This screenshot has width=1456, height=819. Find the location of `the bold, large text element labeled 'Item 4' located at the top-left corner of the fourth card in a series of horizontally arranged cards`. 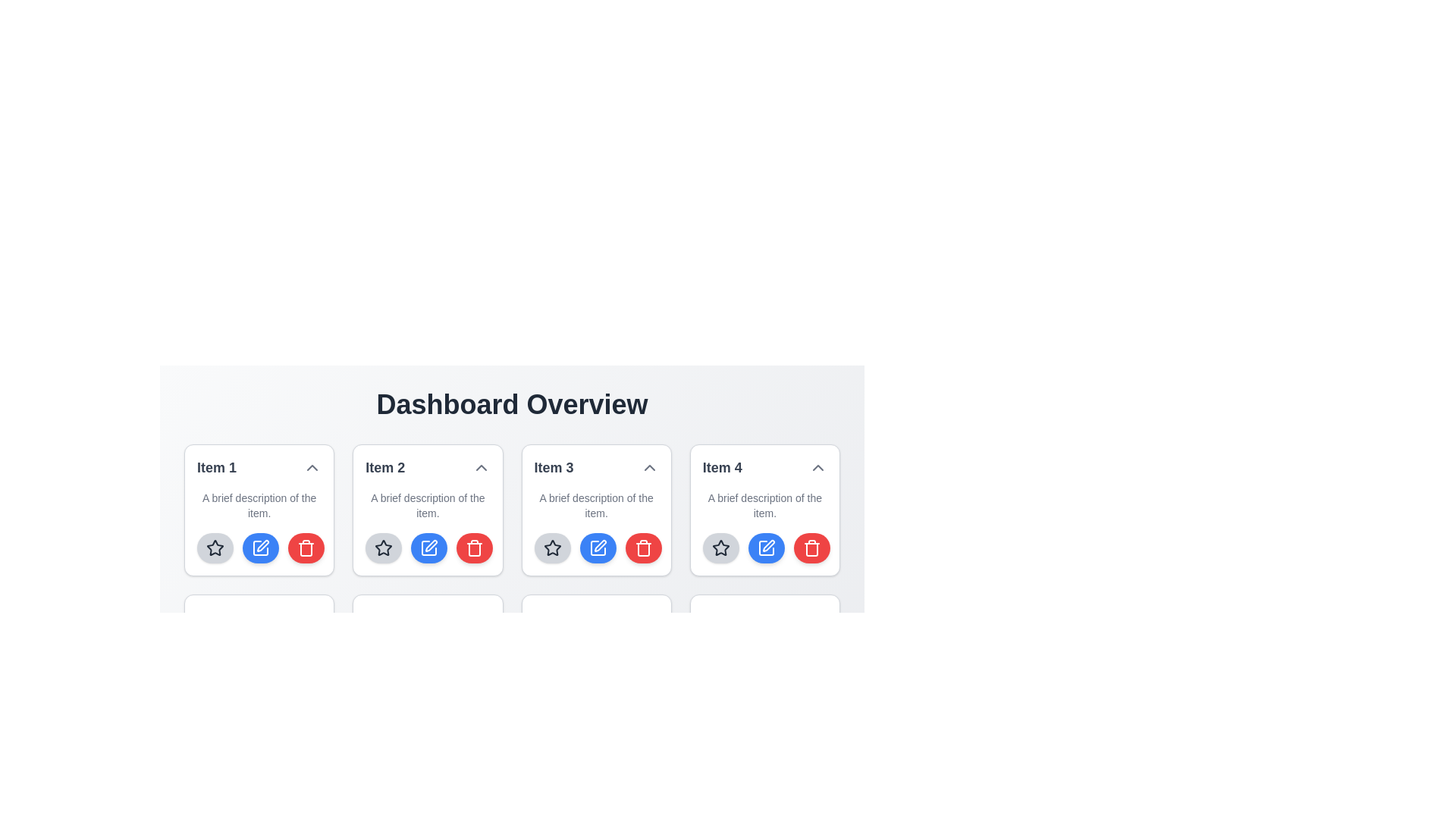

the bold, large text element labeled 'Item 4' located at the top-left corner of the fourth card in a series of horizontally arranged cards is located at coordinates (721, 467).